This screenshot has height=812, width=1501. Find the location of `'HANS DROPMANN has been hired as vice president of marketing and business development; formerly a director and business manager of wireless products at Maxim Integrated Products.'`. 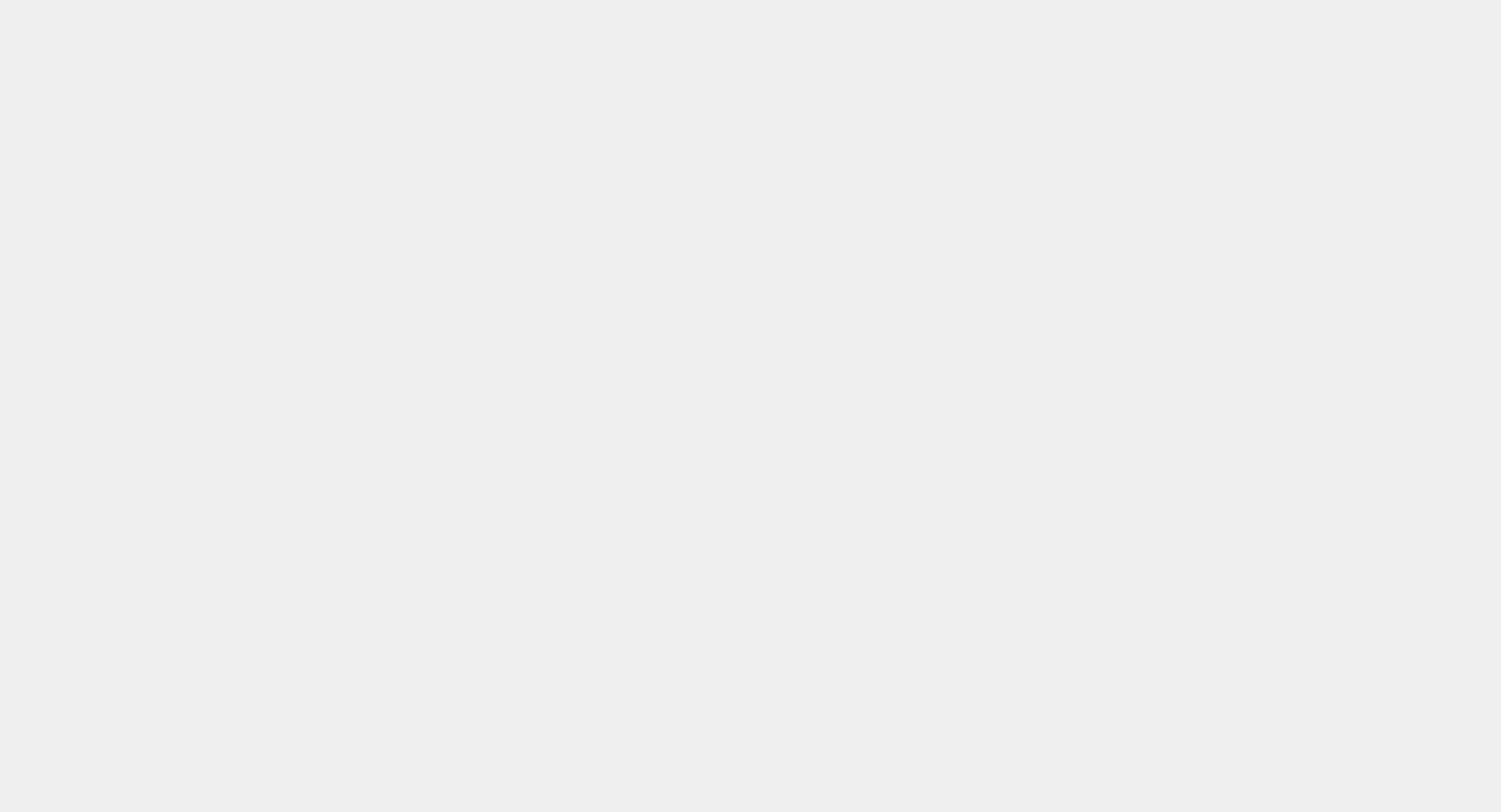

'HANS DROPMANN has been hired as vice president of marketing and business development; formerly a director and business manager of wireless products at Maxim Integrated Products.' is located at coordinates (163, 742).